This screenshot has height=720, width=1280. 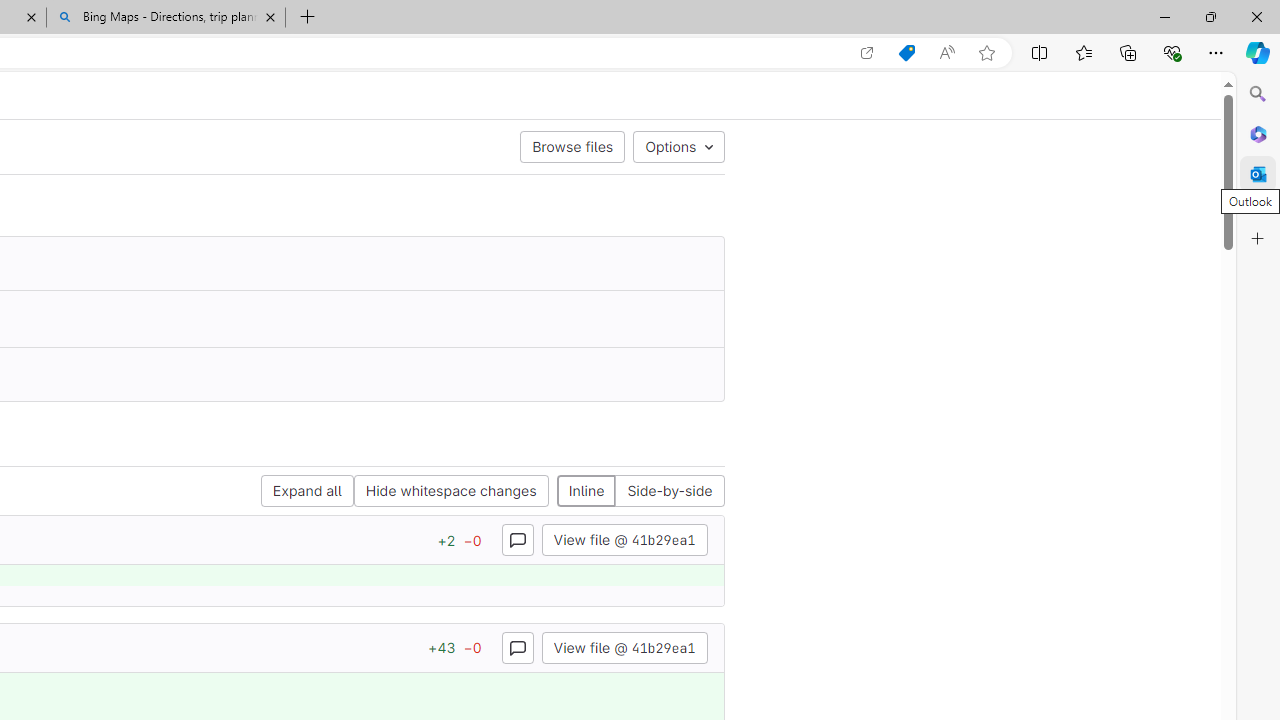 I want to click on 'Hide whitespace changes', so click(x=450, y=491).